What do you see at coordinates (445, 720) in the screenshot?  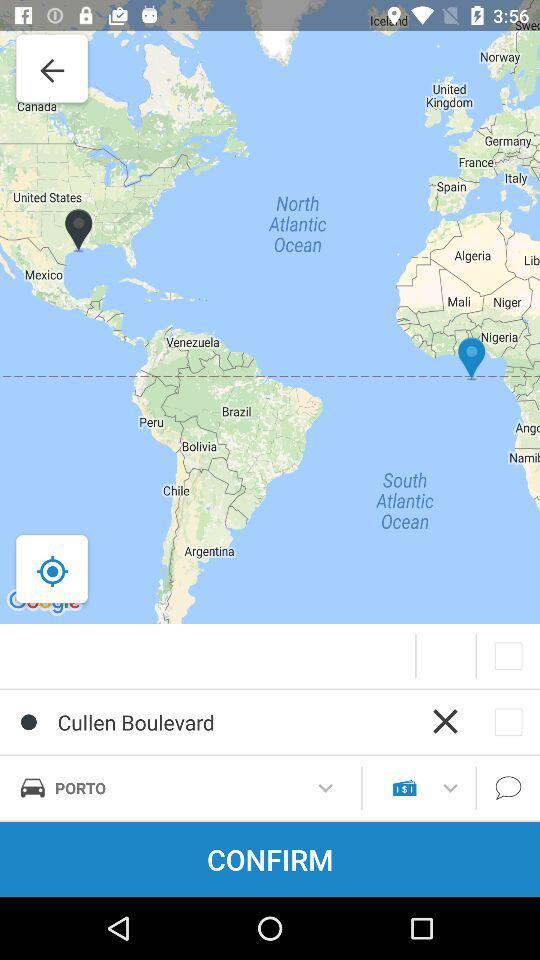 I see `the cross sign right to cullen boulevard` at bounding box center [445, 720].